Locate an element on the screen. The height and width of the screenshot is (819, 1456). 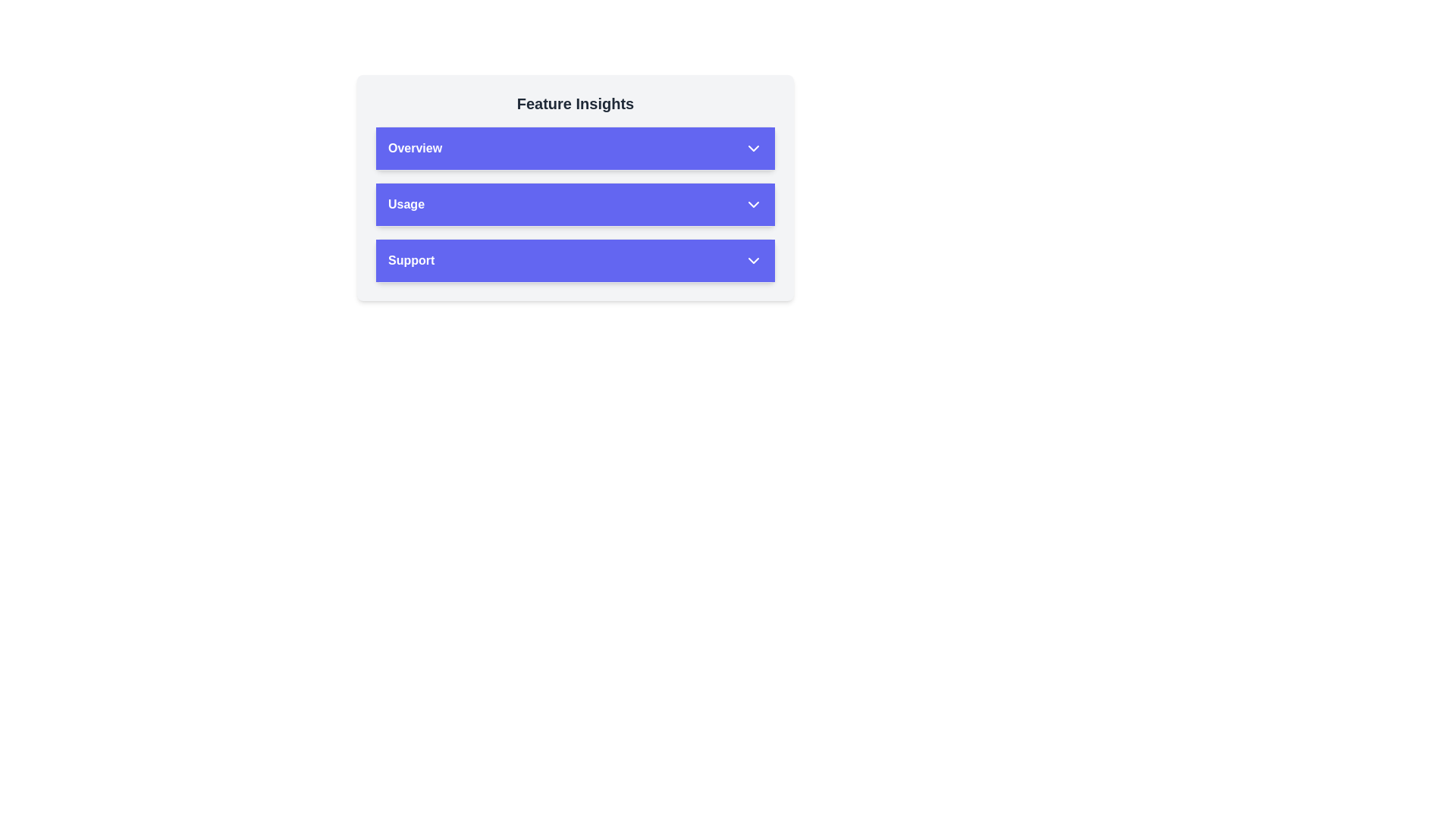
the Chevron icon located at the bottom entry of the 'Support' button is located at coordinates (753, 259).